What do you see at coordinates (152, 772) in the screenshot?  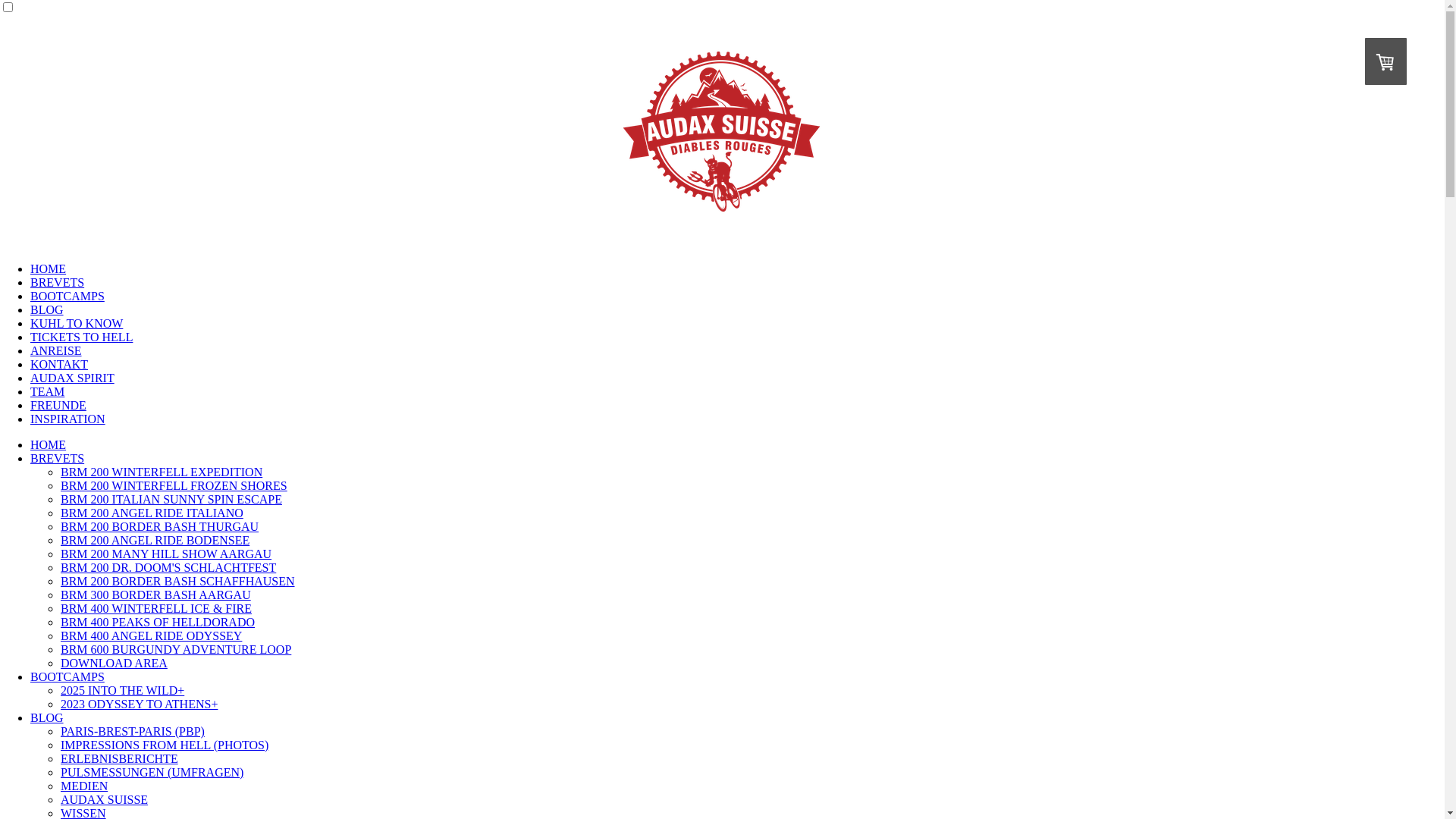 I see `'PULSMESSUNGEN (UMFRAGEN)'` at bounding box center [152, 772].